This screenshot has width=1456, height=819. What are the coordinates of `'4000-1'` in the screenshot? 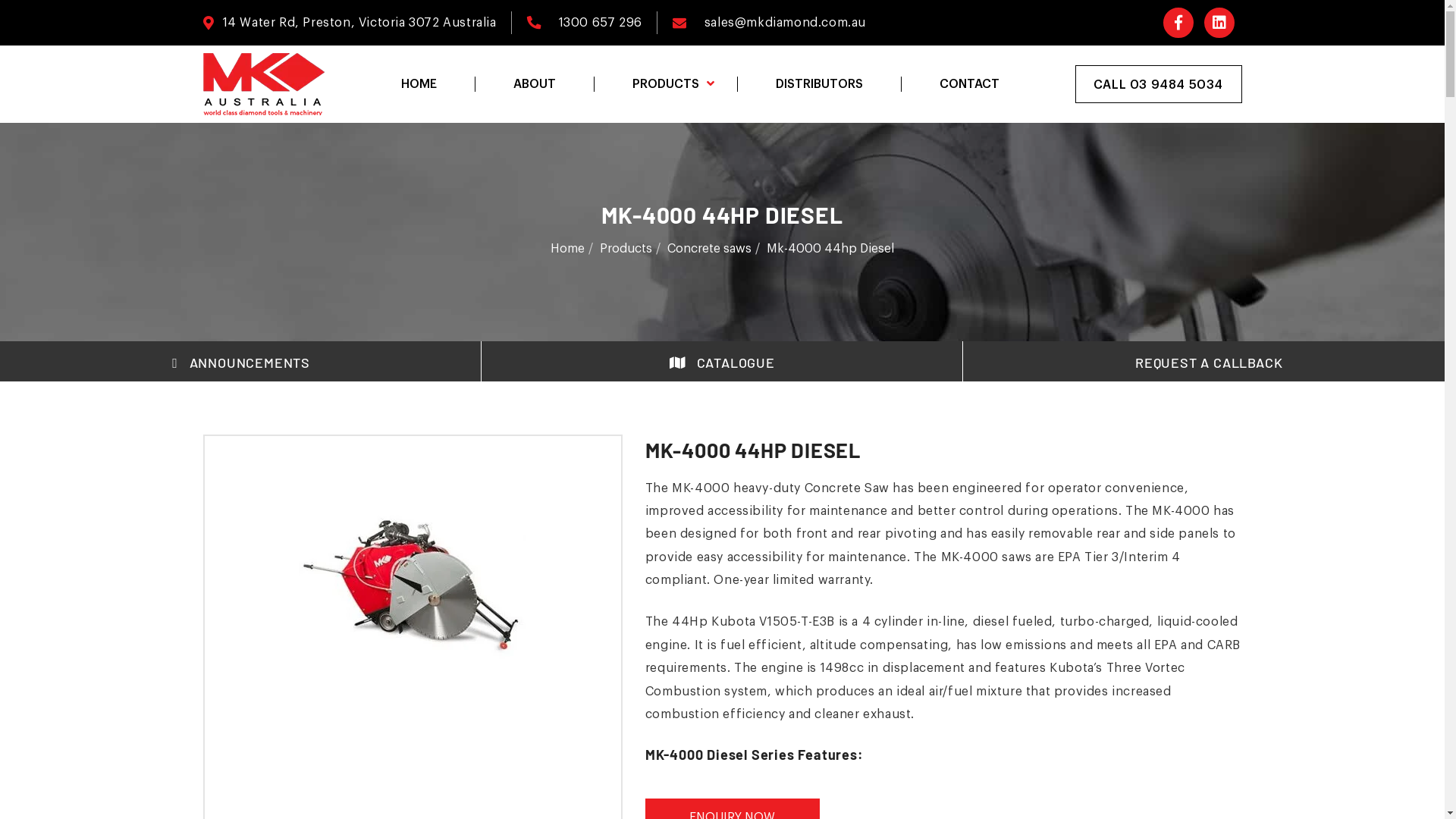 It's located at (298, 581).